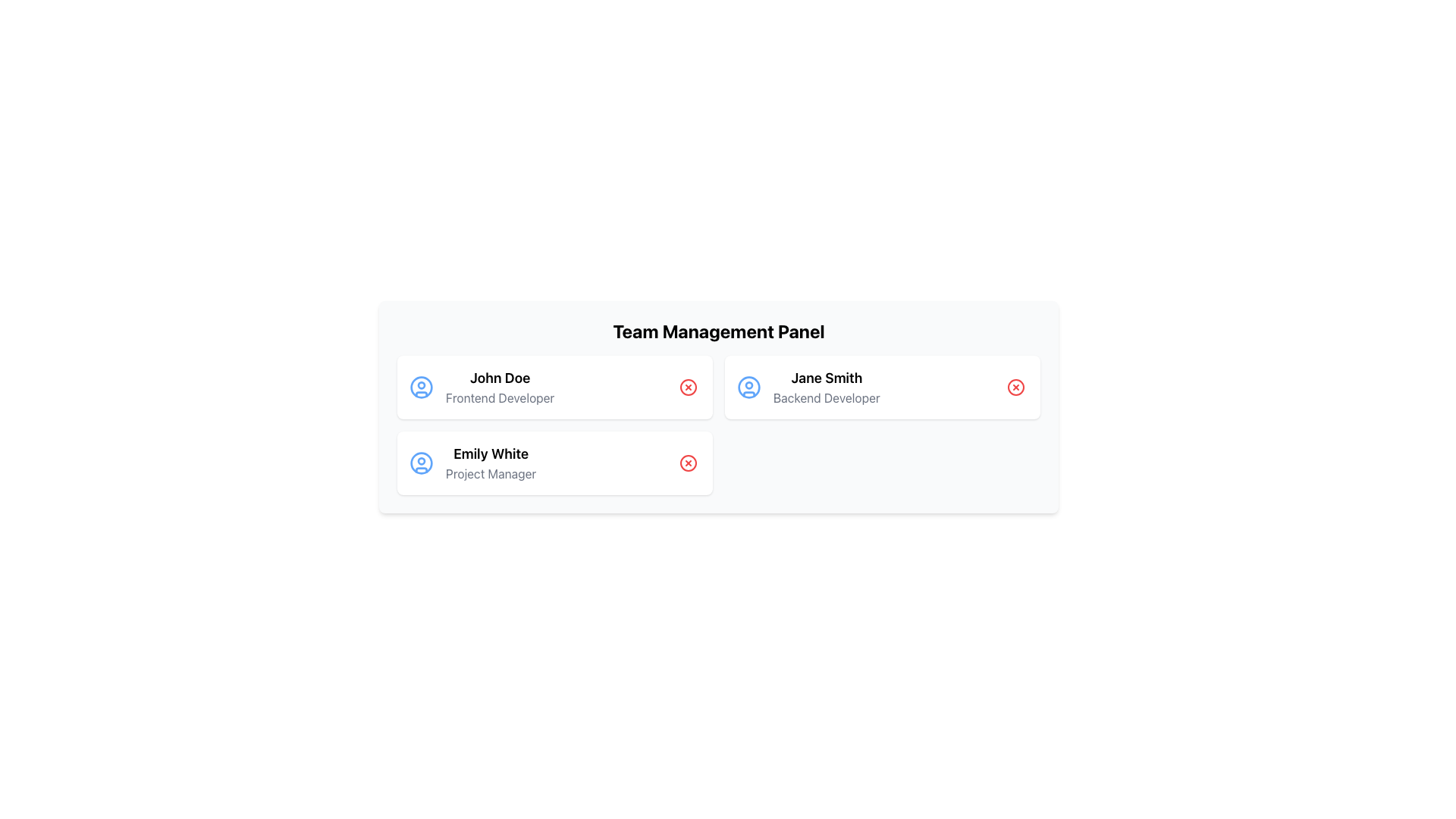 The width and height of the screenshot is (1456, 819). What do you see at coordinates (1015, 386) in the screenshot?
I see `the Close or delete button next to the entry for 'Jane Smith, Backend Developer'` at bounding box center [1015, 386].